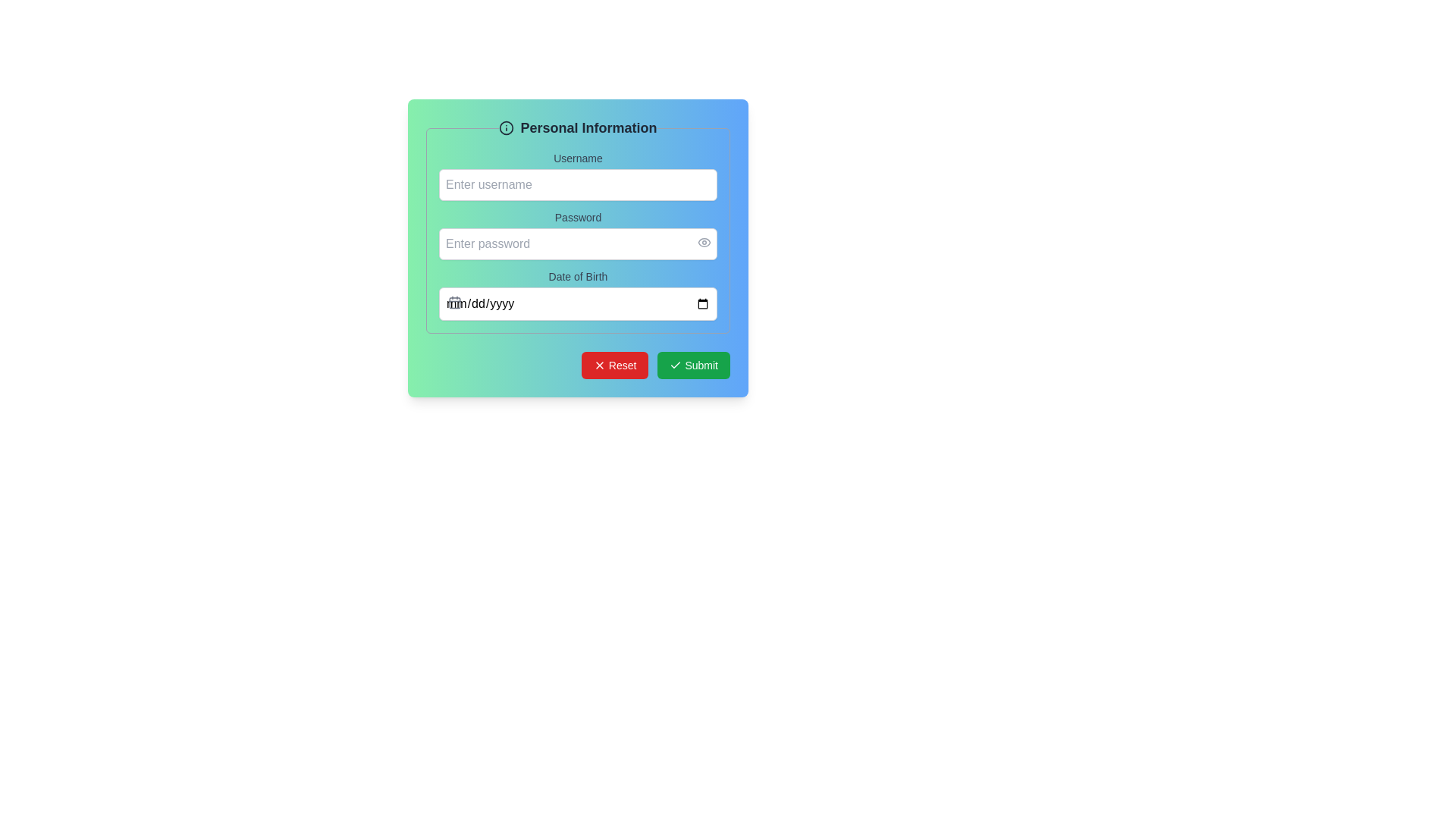 The height and width of the screenshot is (819, 1456). I want to click on the external outline of the eye icon, which is part of the password visibility toggle feature, located to the right of the 'Password' text field, so click(704, 242).